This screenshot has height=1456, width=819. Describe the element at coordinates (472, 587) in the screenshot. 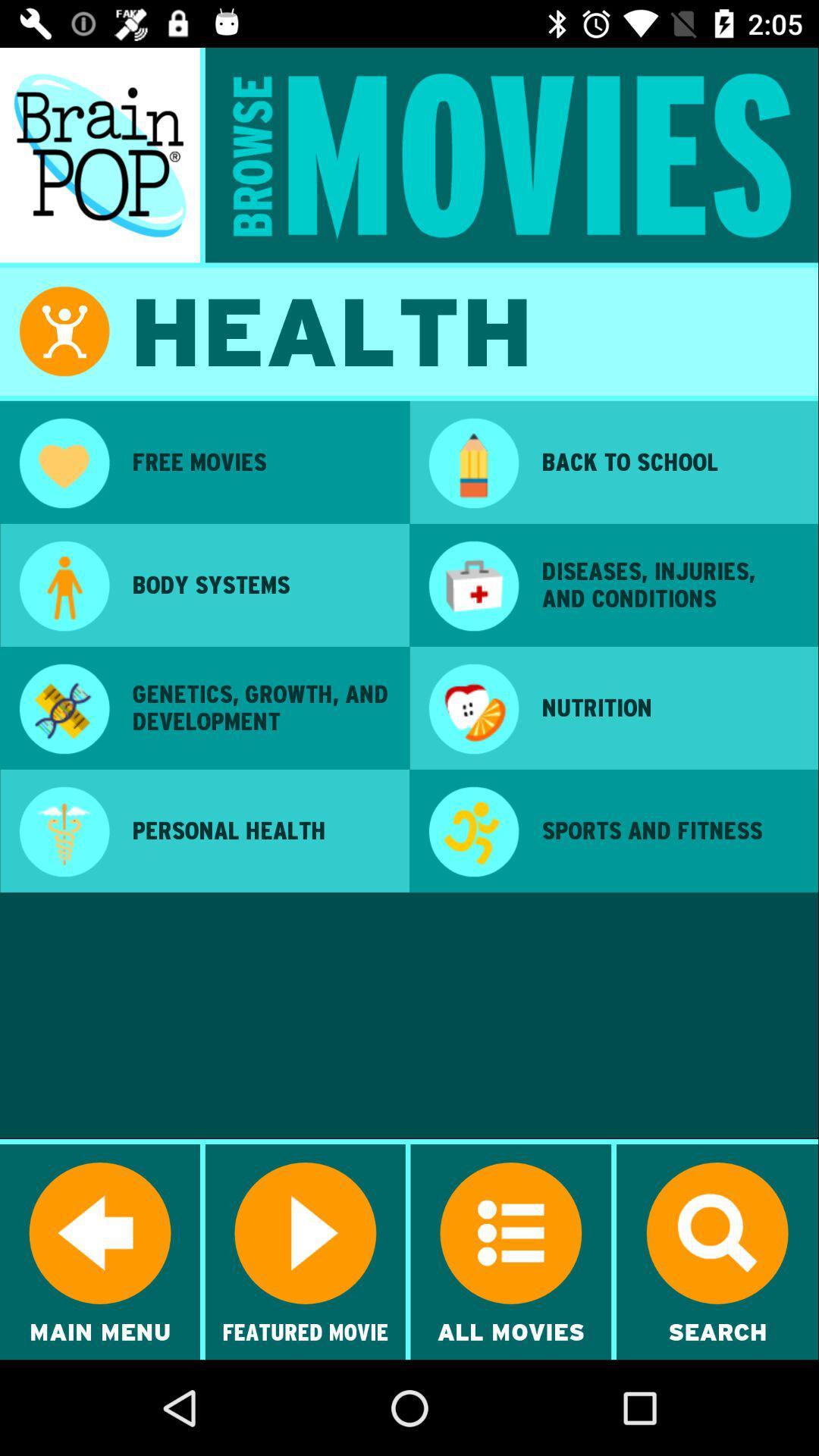

I see `app next to body systems item` at that location.